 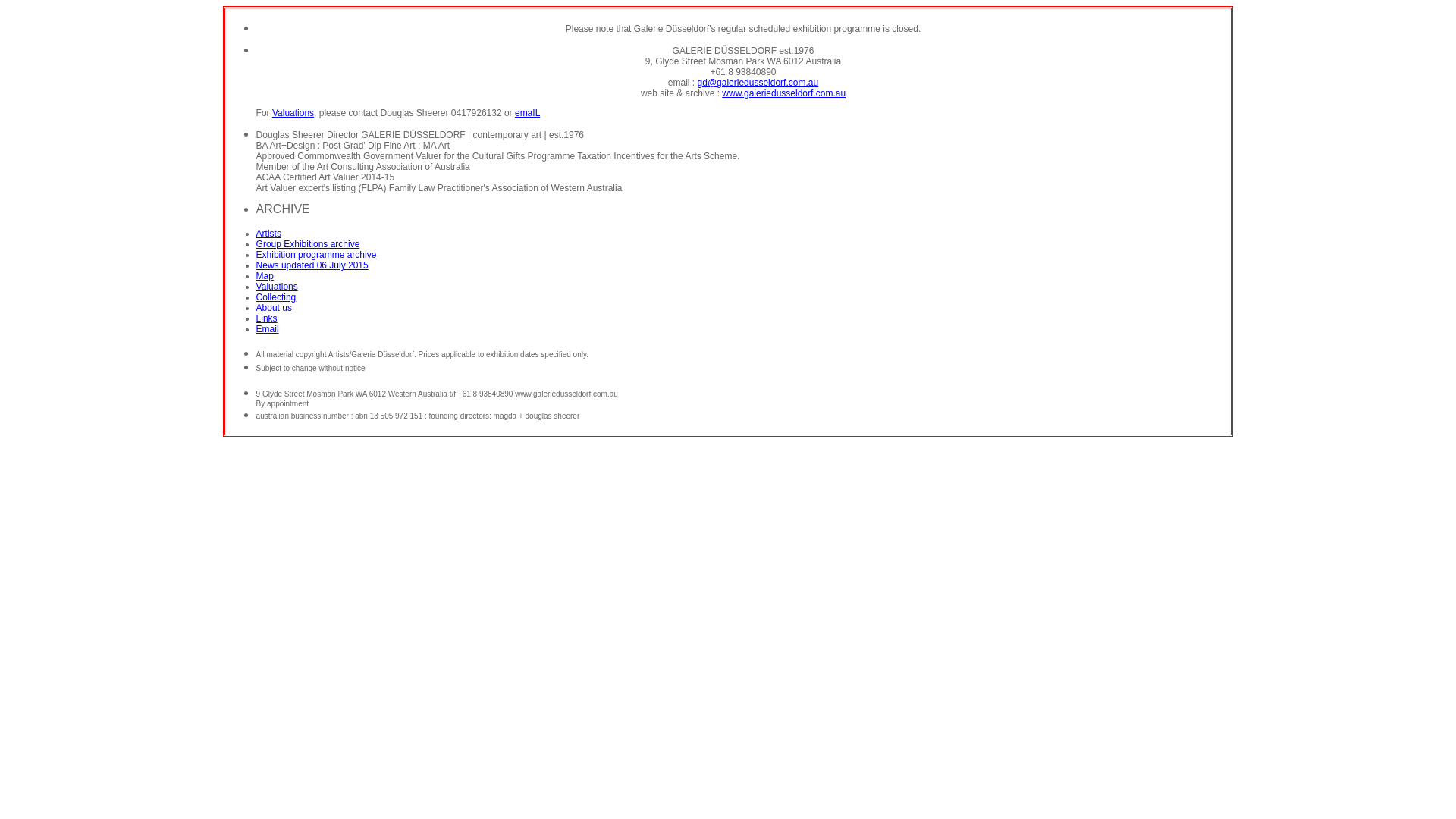 I want to click on 'News updated 06 July 2015', so click(x=312, y=265).